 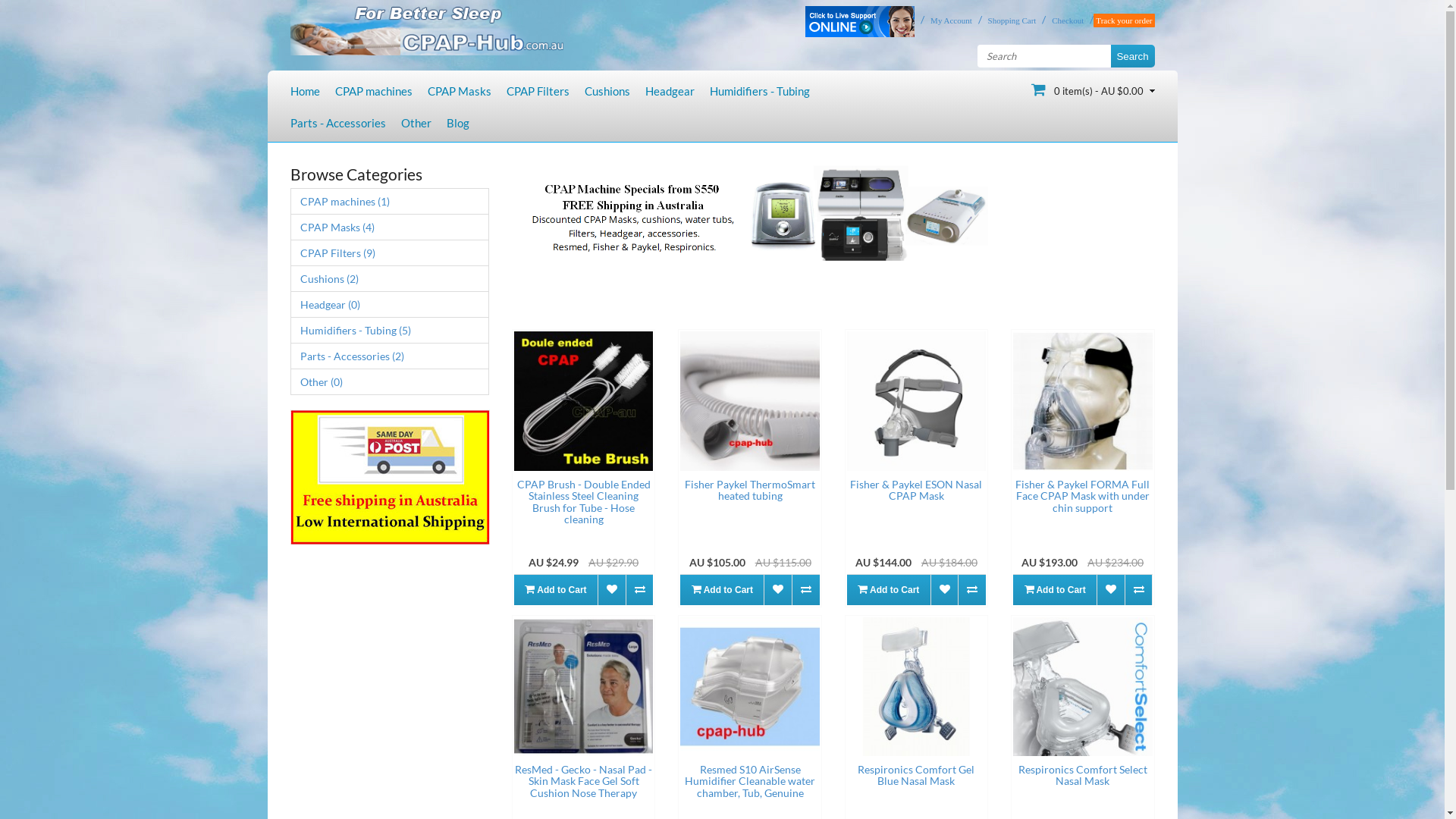 I want to click on 'CPAP machines', so click(x=374, y=90).